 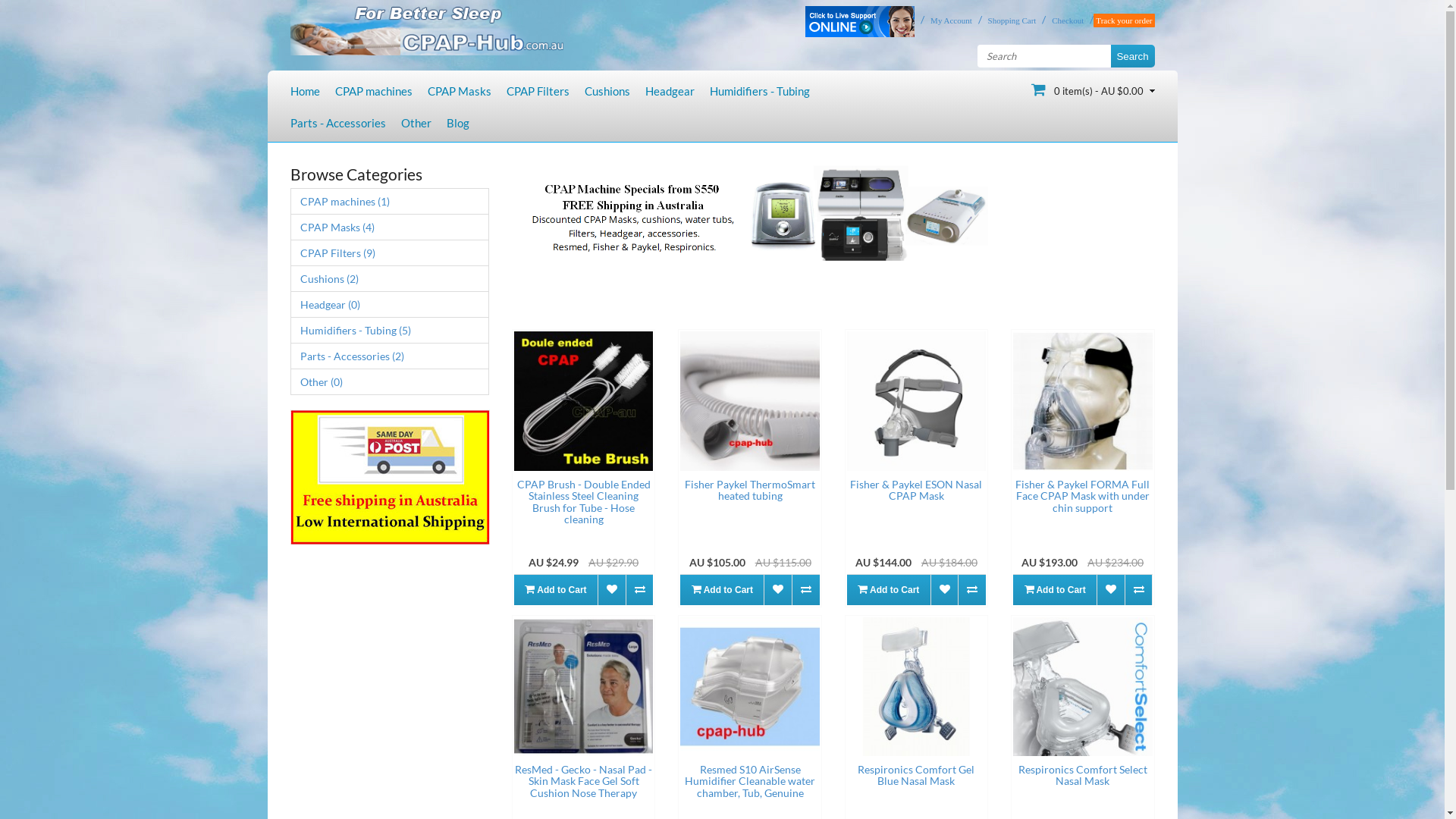 I want to click on 'CPAP machines', so click(x=374, y=90).